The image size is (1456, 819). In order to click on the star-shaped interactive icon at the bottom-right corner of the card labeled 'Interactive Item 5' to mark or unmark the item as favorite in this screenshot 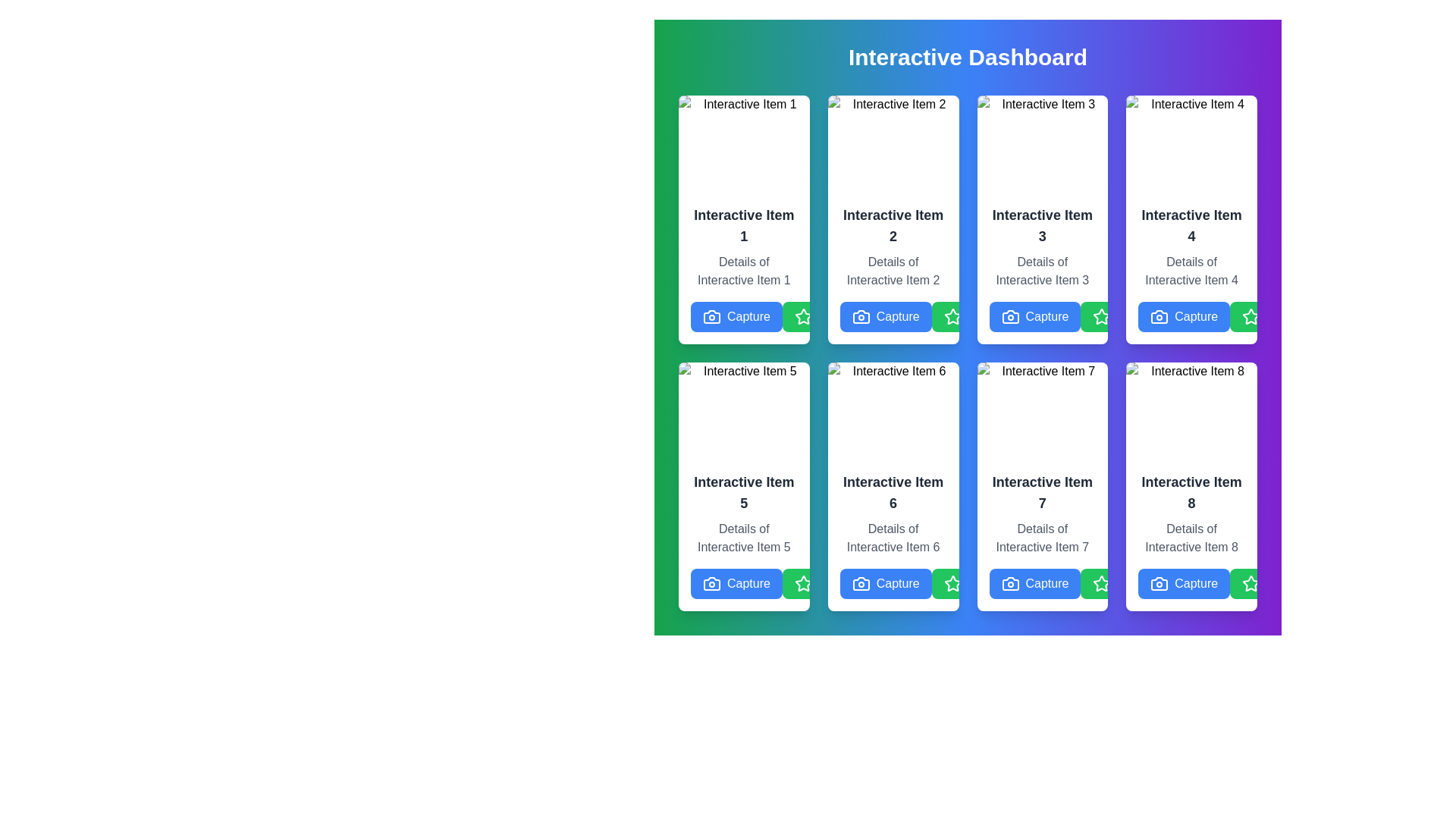, I will do `click(802, 582)`.